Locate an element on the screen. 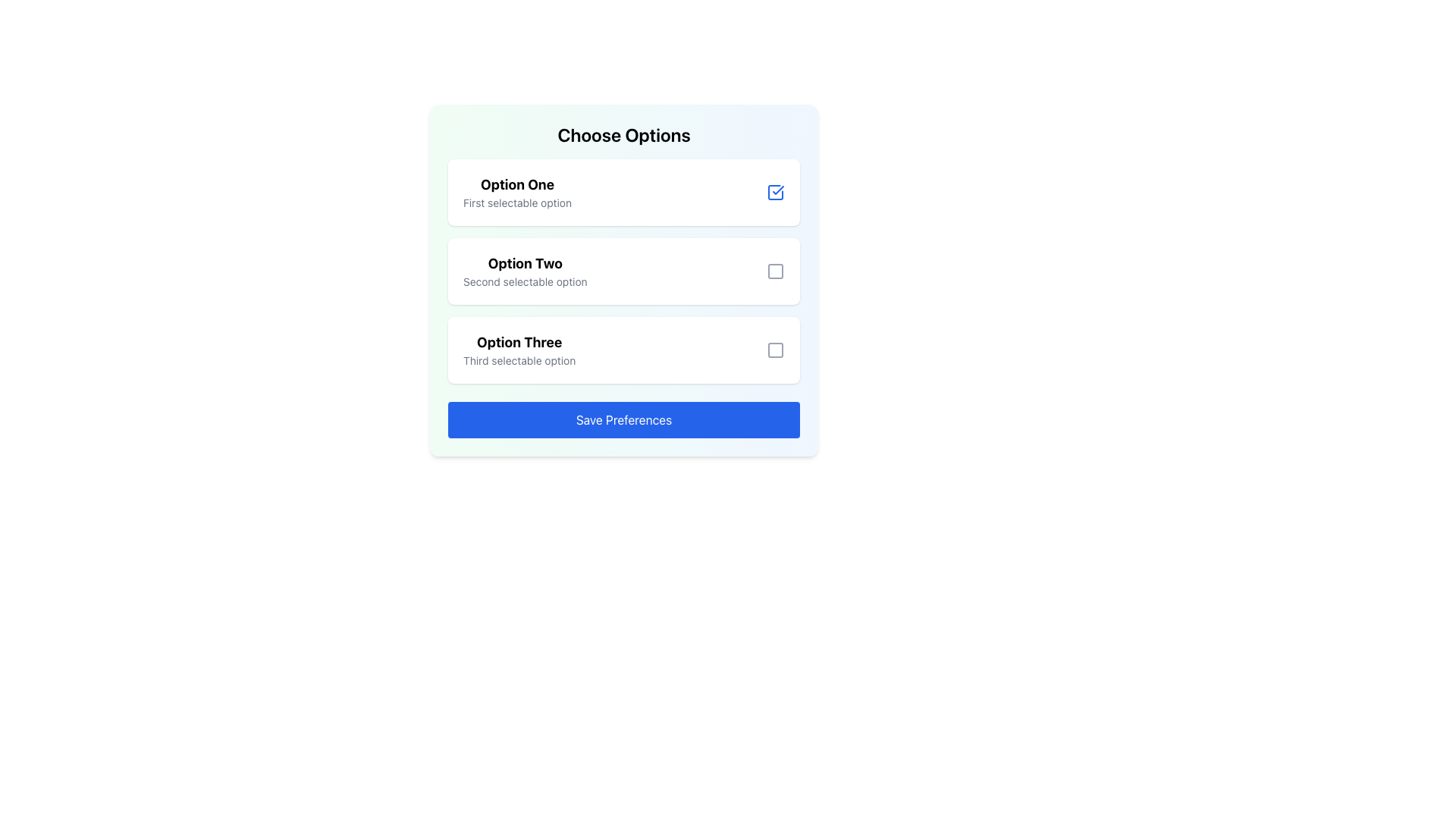 The image size is (1456, 819). the checkbox icon located to the right of the 'Option Three' text is located at coordinates (775, 350).